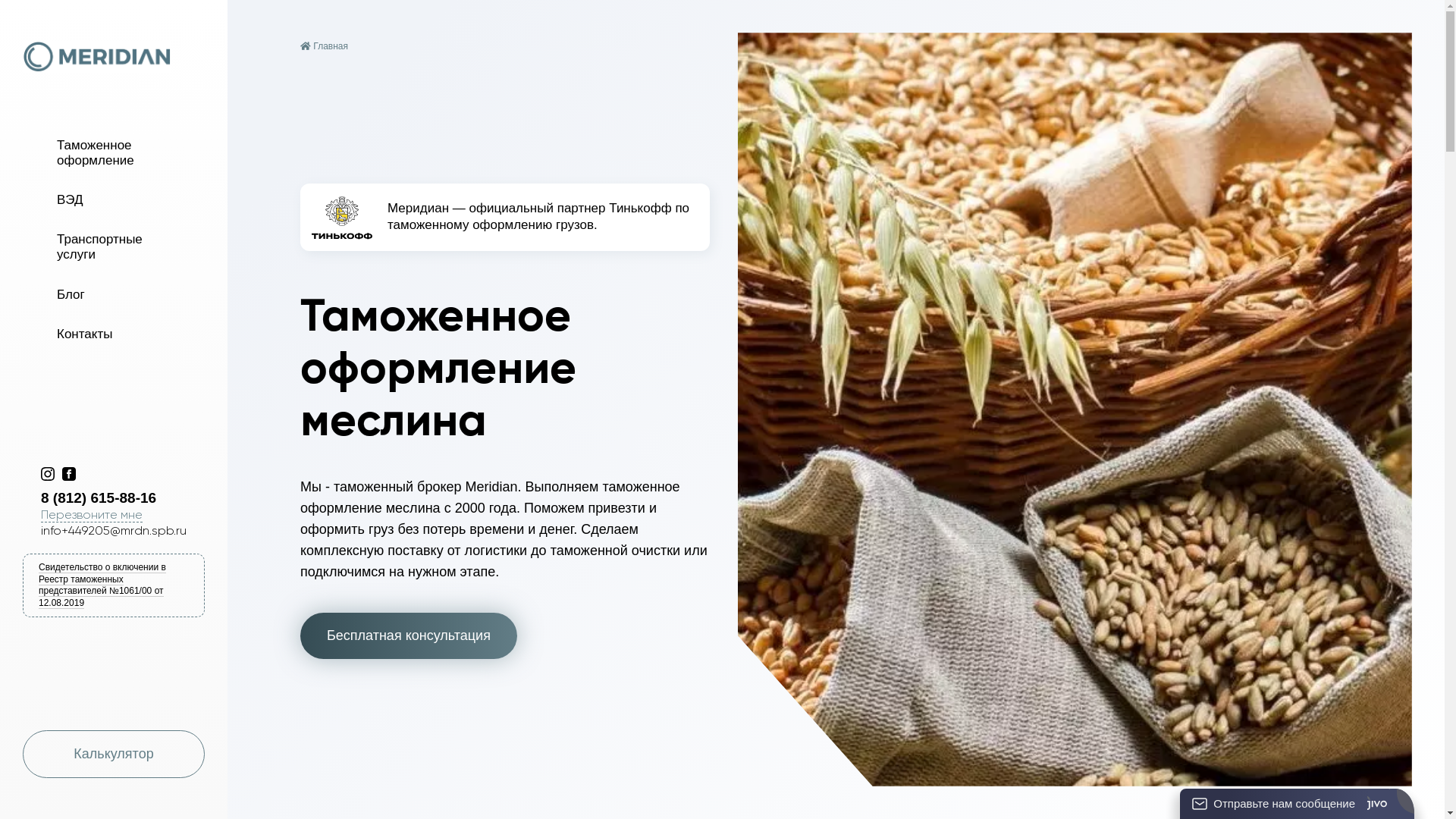 Image resolution: width=1456 pixels, height=819 pixels. I want to click on 'info+449205@mrdn.spb.ru', so click(112, 529).